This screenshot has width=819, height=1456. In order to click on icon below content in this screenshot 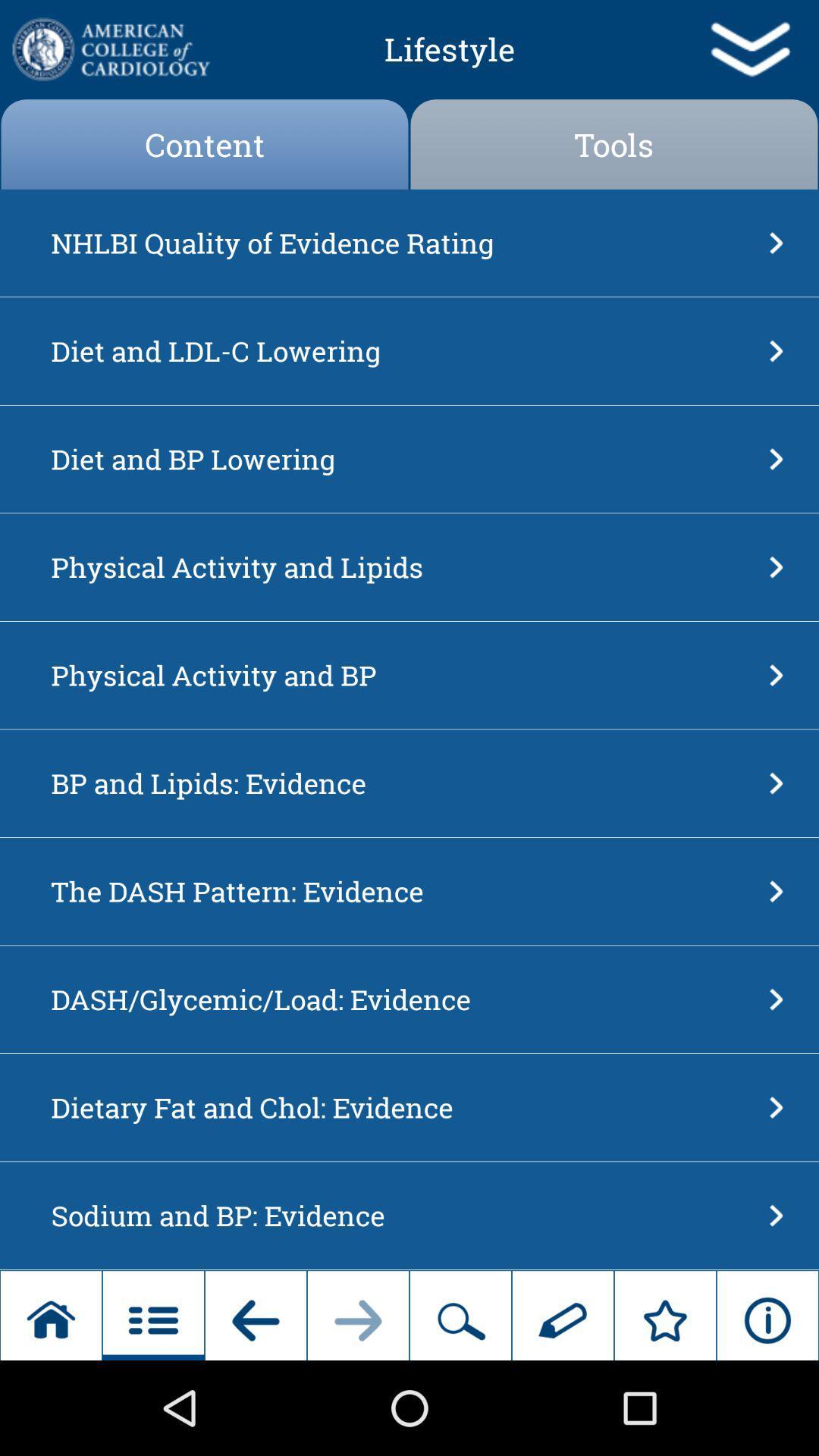, I will do `click(404, 243)`.